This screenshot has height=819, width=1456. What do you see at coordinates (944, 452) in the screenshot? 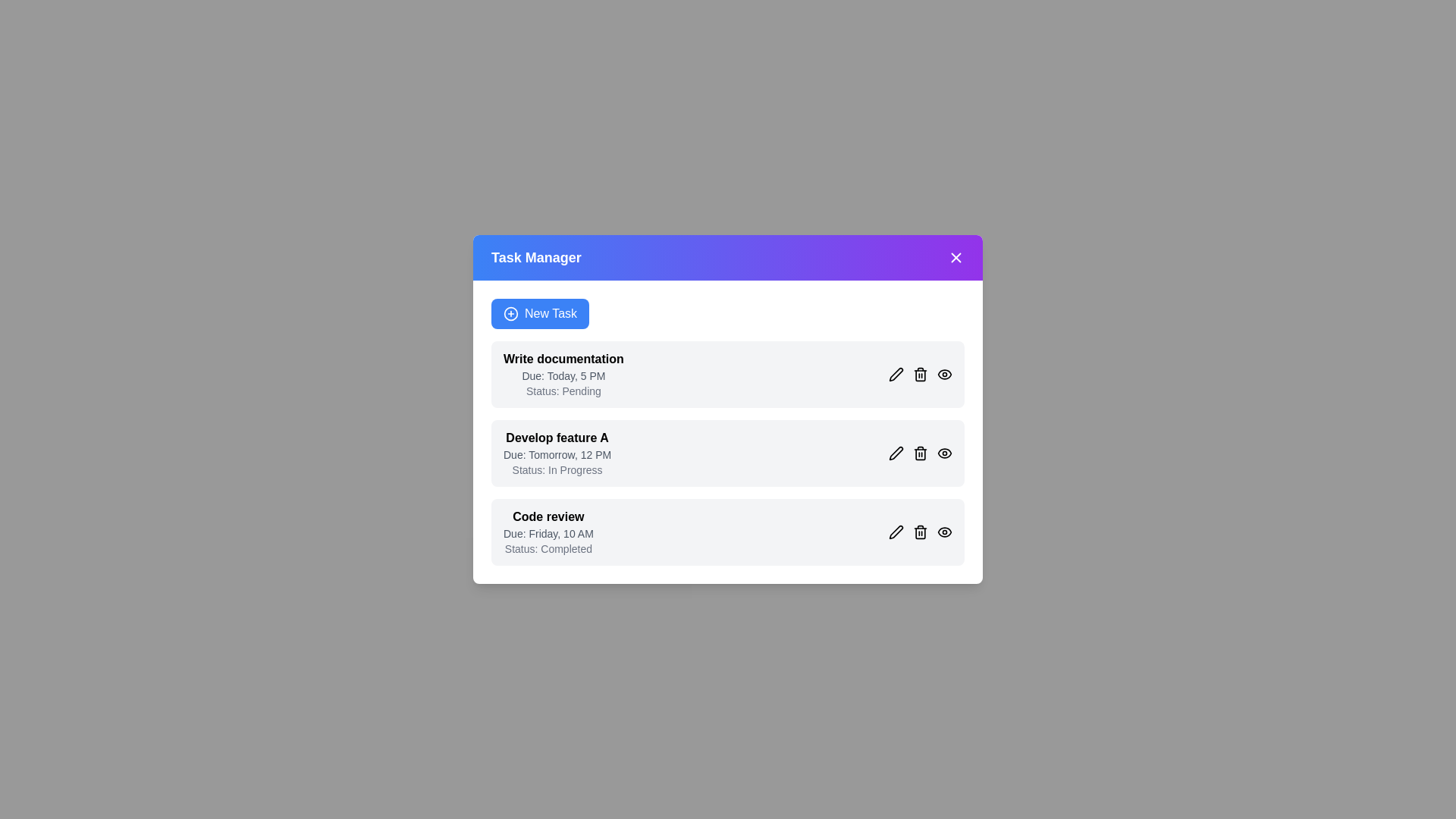
I see `'View' button next to the task titled 'Develop feature A' to view its details` at bounding box center [944, 452].